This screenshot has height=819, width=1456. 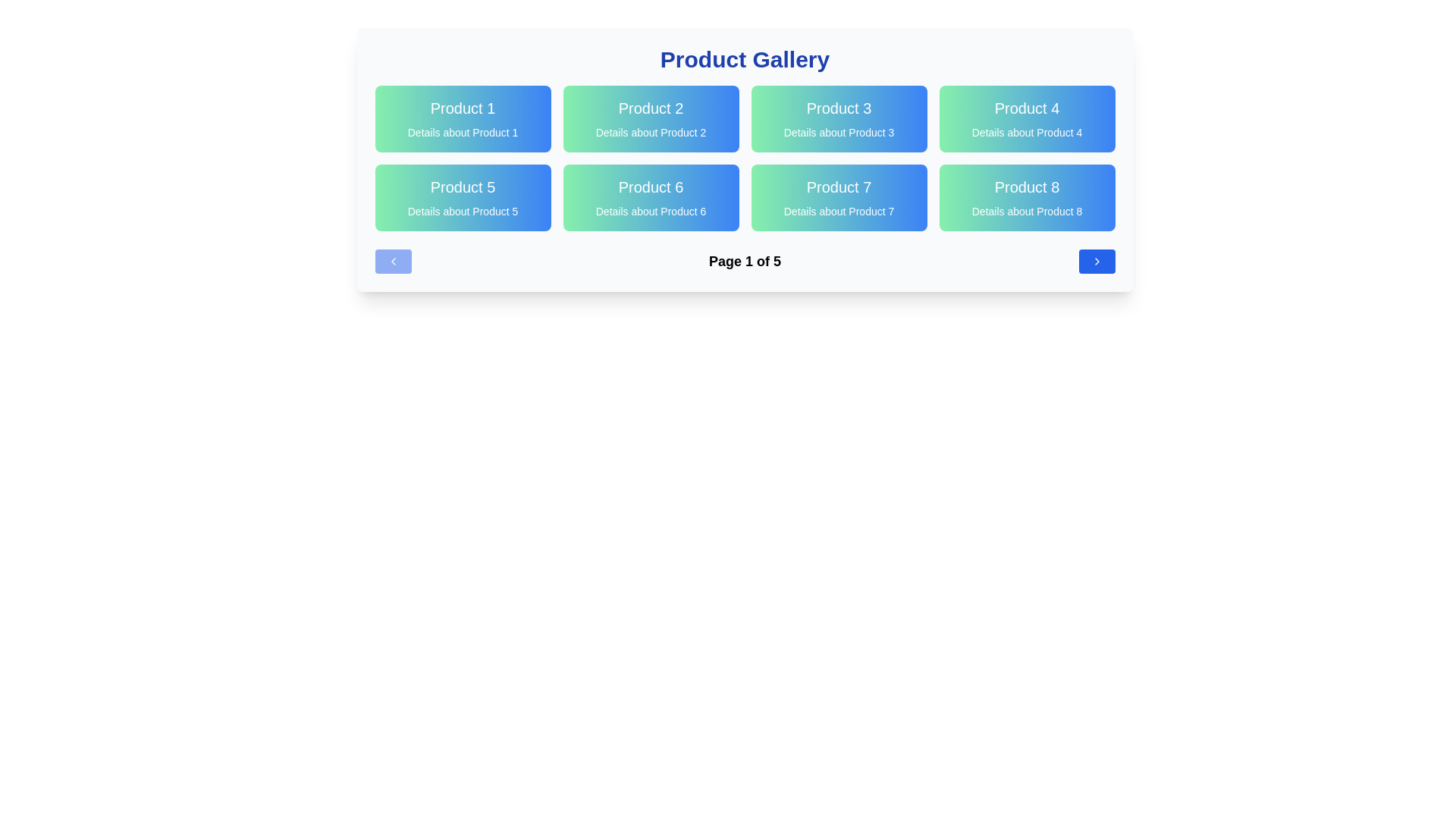 What do you see at coordinates (1027, 107) in the screenshot?
I see `the 'Product 4' label, which is a bold text element located in the top-right card of the product gallery interface` at bounding box center [1027, 107].